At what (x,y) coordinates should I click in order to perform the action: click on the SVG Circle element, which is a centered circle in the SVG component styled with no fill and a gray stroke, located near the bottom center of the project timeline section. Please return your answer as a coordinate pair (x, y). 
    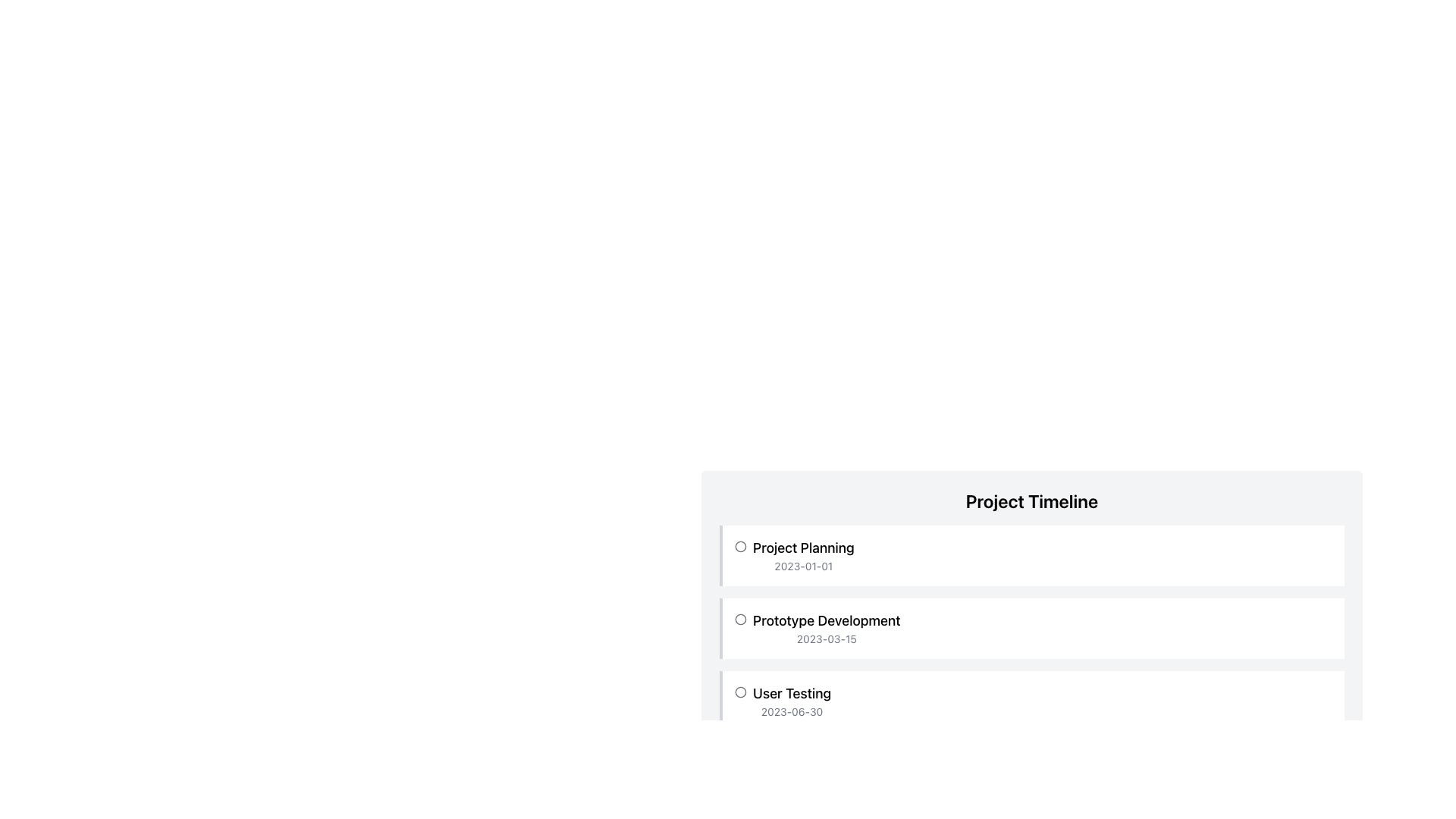
    Looking at the image, I should click on (741, 765).